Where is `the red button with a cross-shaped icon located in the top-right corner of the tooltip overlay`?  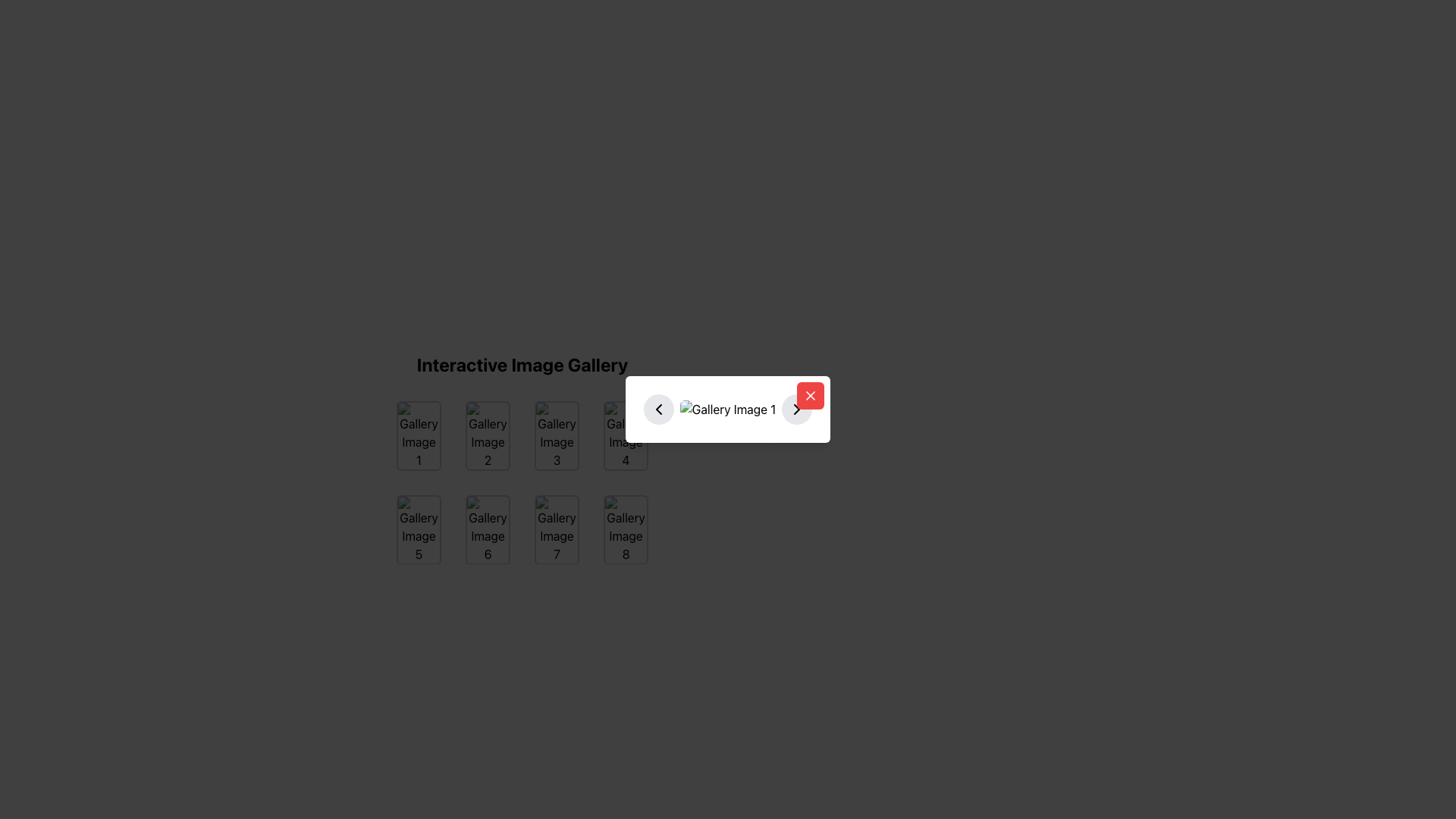
the red button with a cross-shaped icon located in the top-right corner of the tooltip overlay is located at coordinates (810, 394).